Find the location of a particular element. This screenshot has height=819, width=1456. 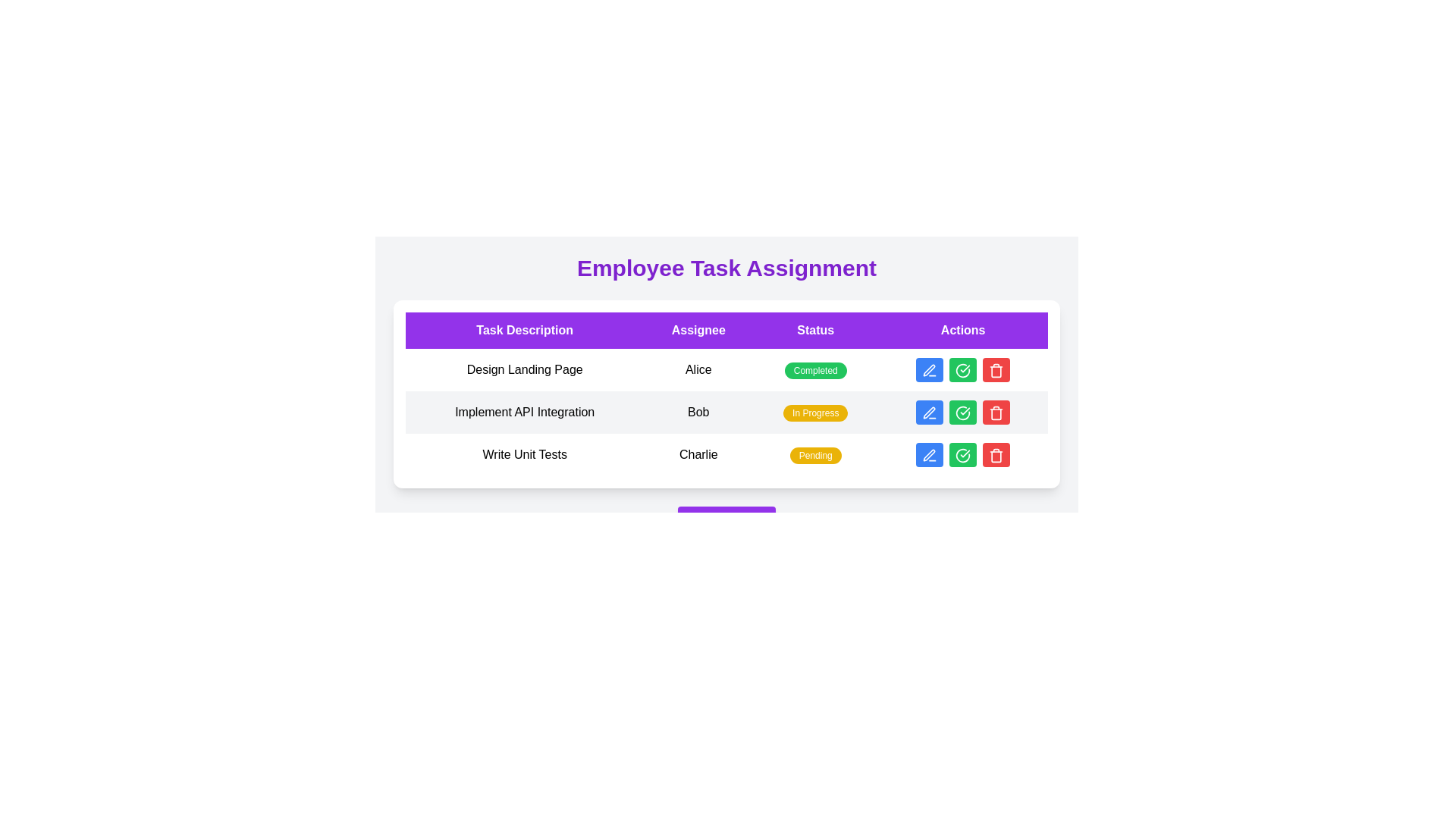

the delete icon button located in the 'Actions' column of the second row in the table is located at coordinates (996, 414).